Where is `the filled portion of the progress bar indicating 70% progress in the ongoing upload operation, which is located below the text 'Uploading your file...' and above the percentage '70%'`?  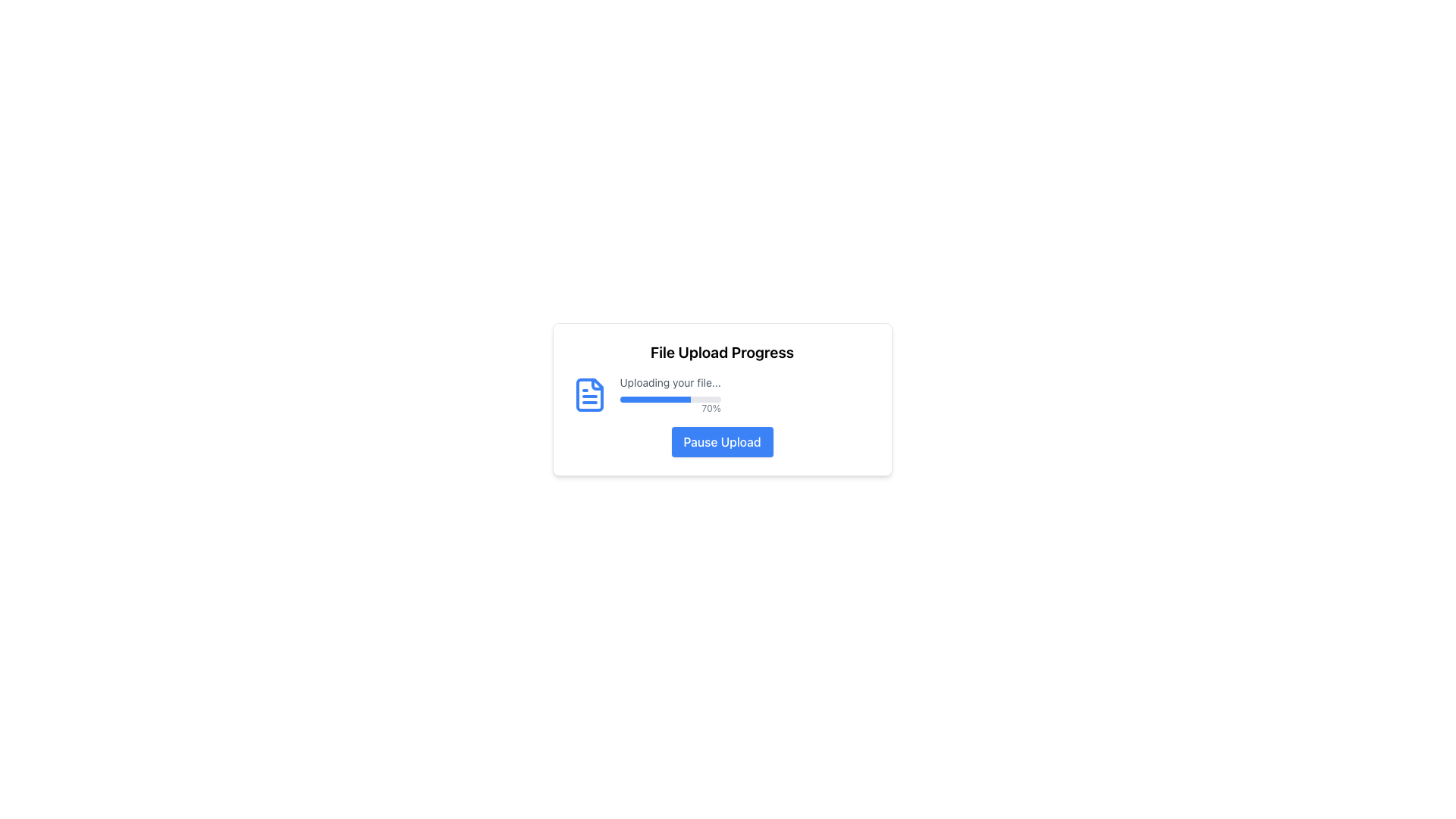
the filled portion of the progress bar indicating 70% progress in the ongoing upload operation, which is located below the text 'Uploading your file...' and above the percentage '70%' is located at coordinates (655, 399).